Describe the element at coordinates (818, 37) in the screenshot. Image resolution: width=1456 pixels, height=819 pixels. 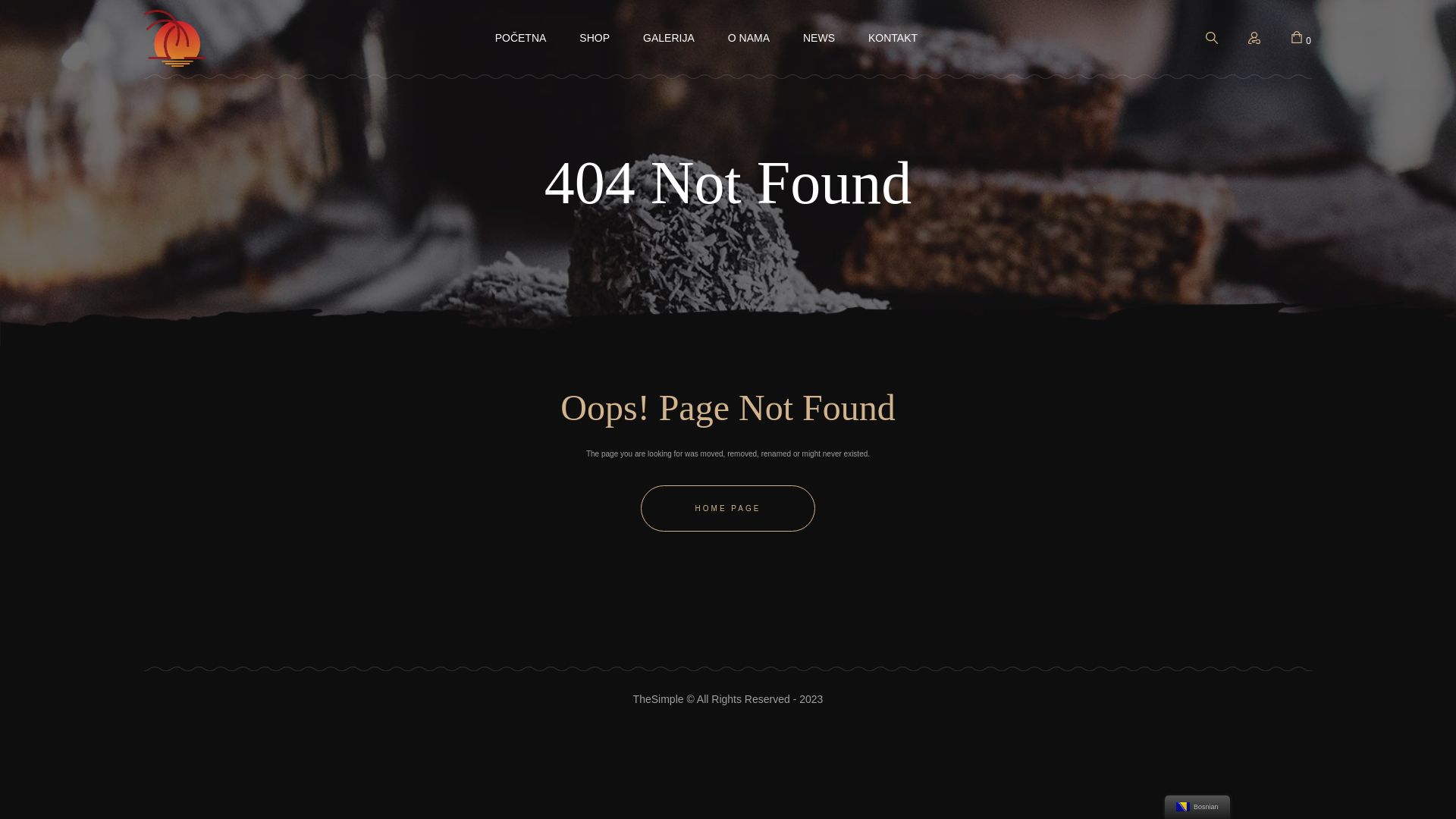
I see `'NEWS'` at that location.